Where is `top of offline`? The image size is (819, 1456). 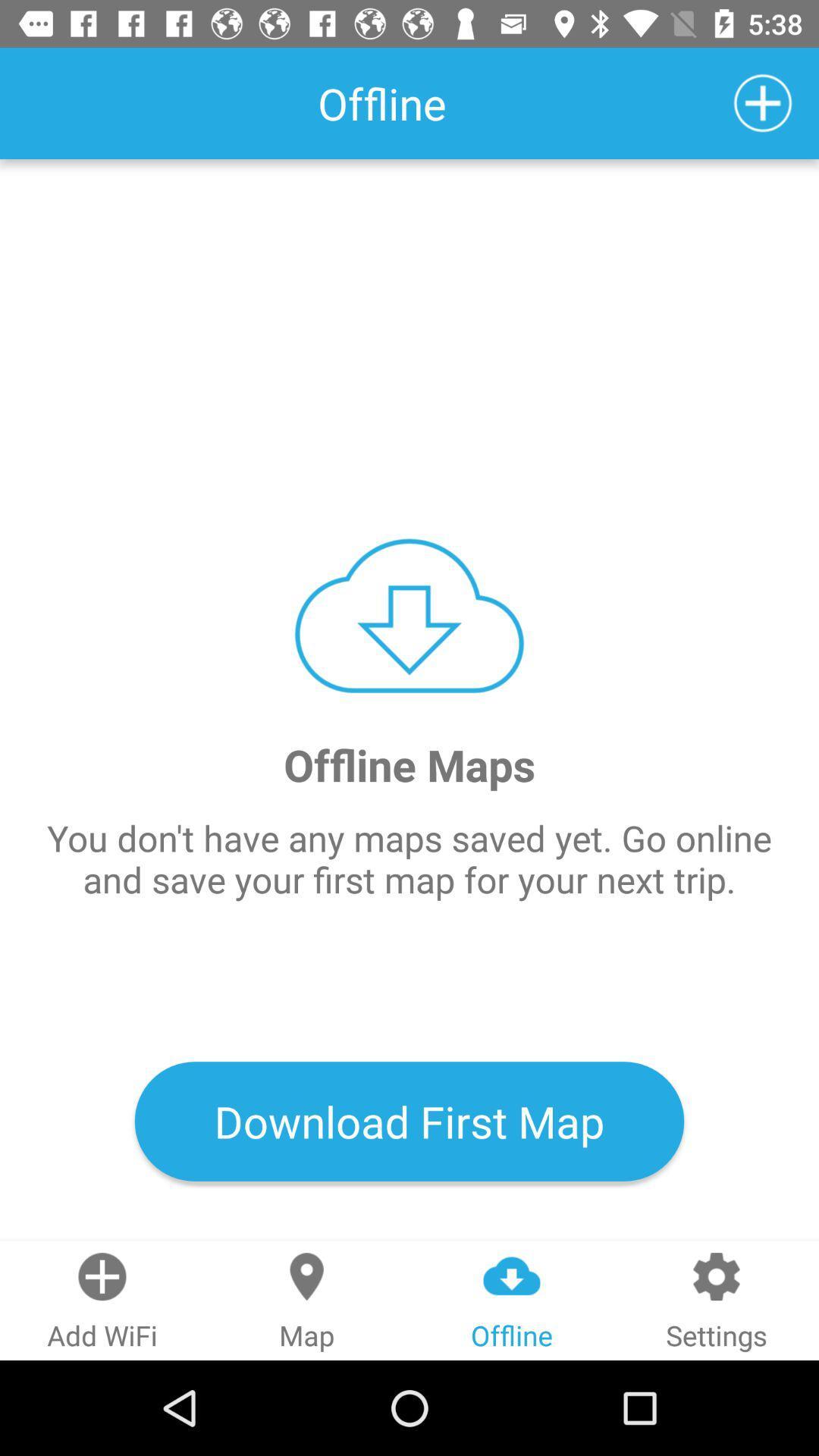 top of offline is located at coordinates (512, 1276).